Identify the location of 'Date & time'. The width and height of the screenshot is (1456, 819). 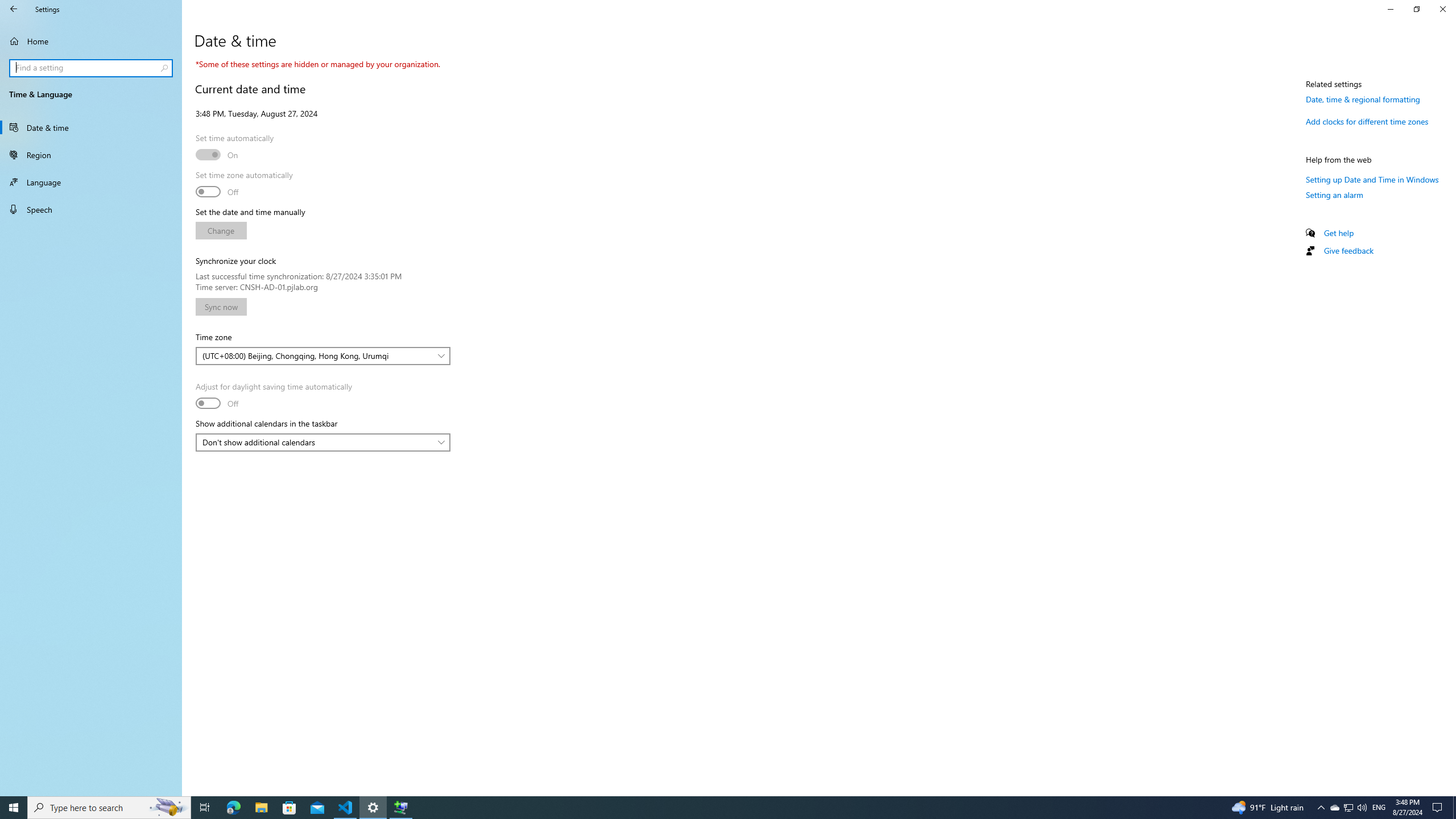
(90, 126).